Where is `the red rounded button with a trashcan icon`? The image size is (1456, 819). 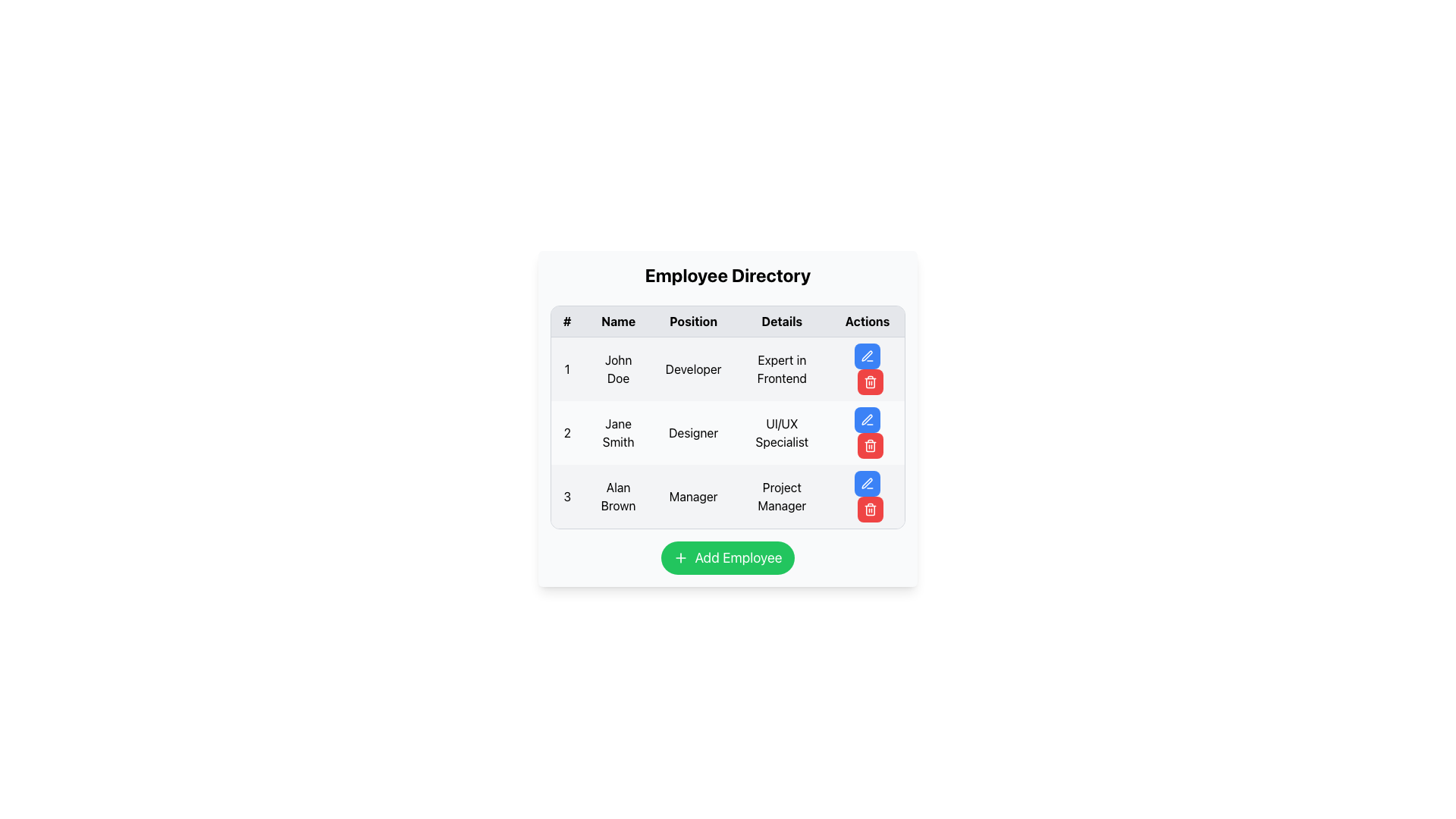
the red rounded button with a trashcan icon is located at coordinates (868, 369).